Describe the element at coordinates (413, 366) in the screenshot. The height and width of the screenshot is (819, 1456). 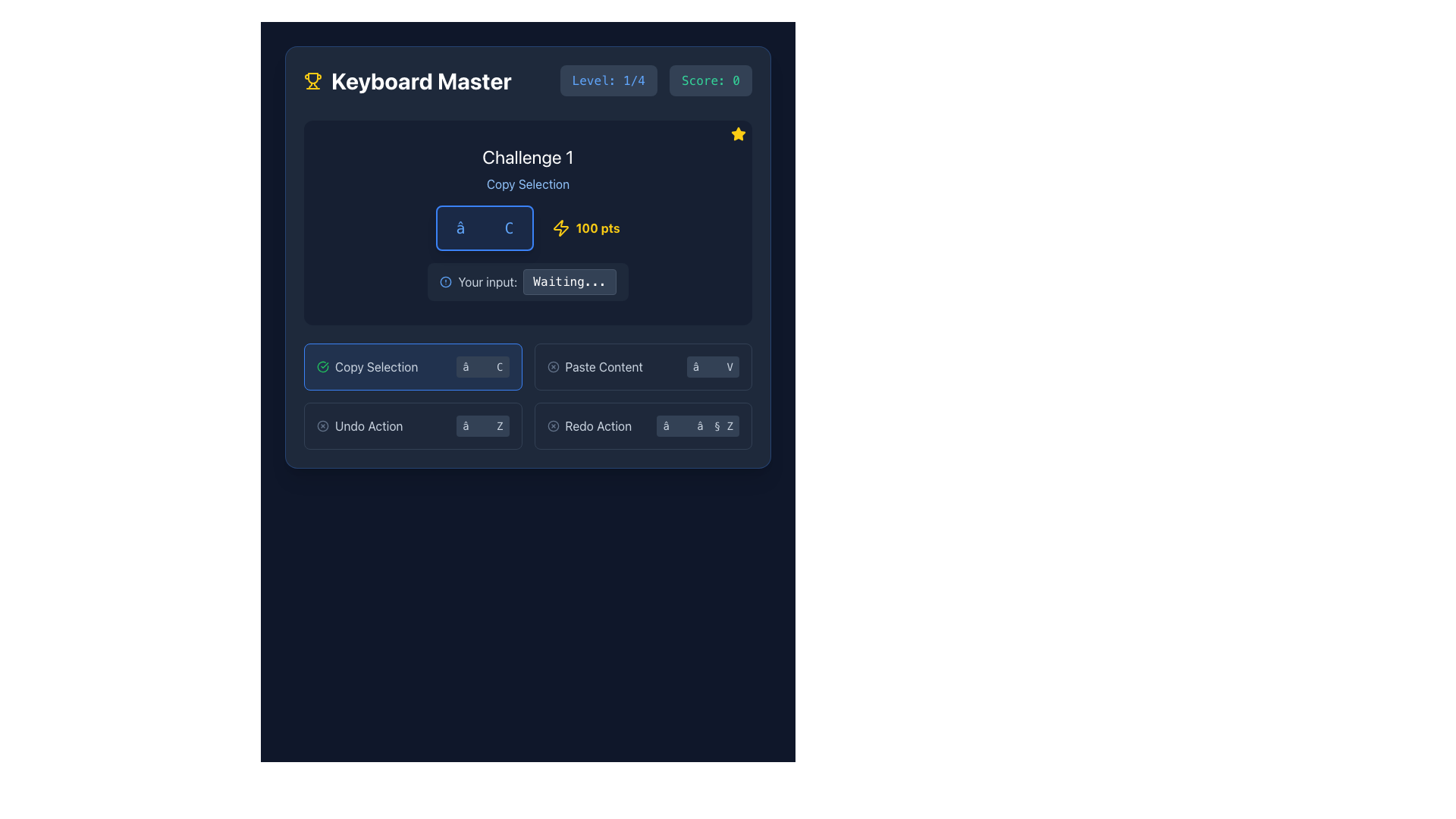
I see `the informative label that provides the keyboard shortcut for copying a selection, located centrally in the lower section of the interface` at that location.